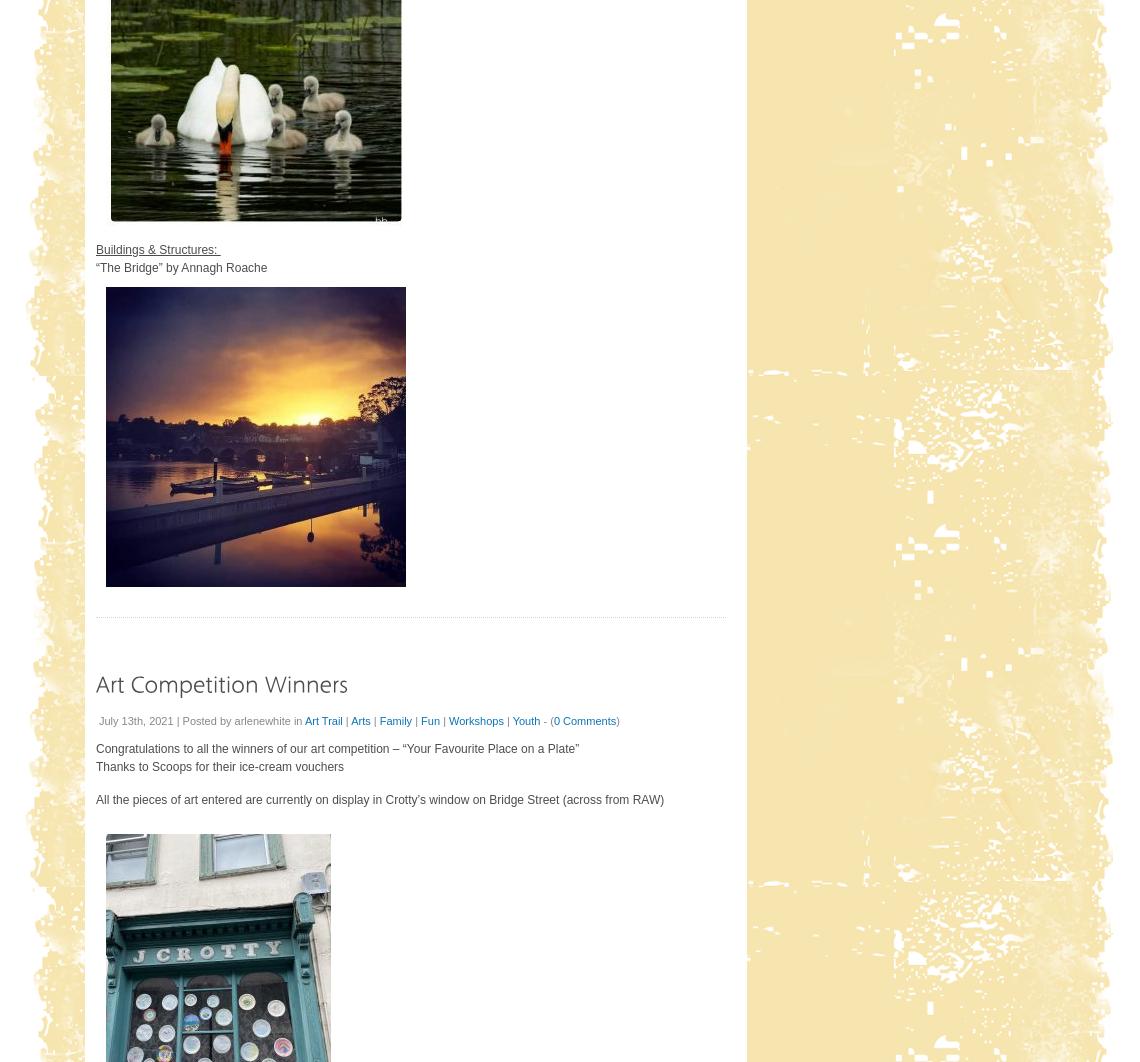 The height and width of the screenshot is (1062, 1140). What do you see at coordinates (359, 720) in the screenshot?
I see `'Arts'` at bounding box center [359, 720].